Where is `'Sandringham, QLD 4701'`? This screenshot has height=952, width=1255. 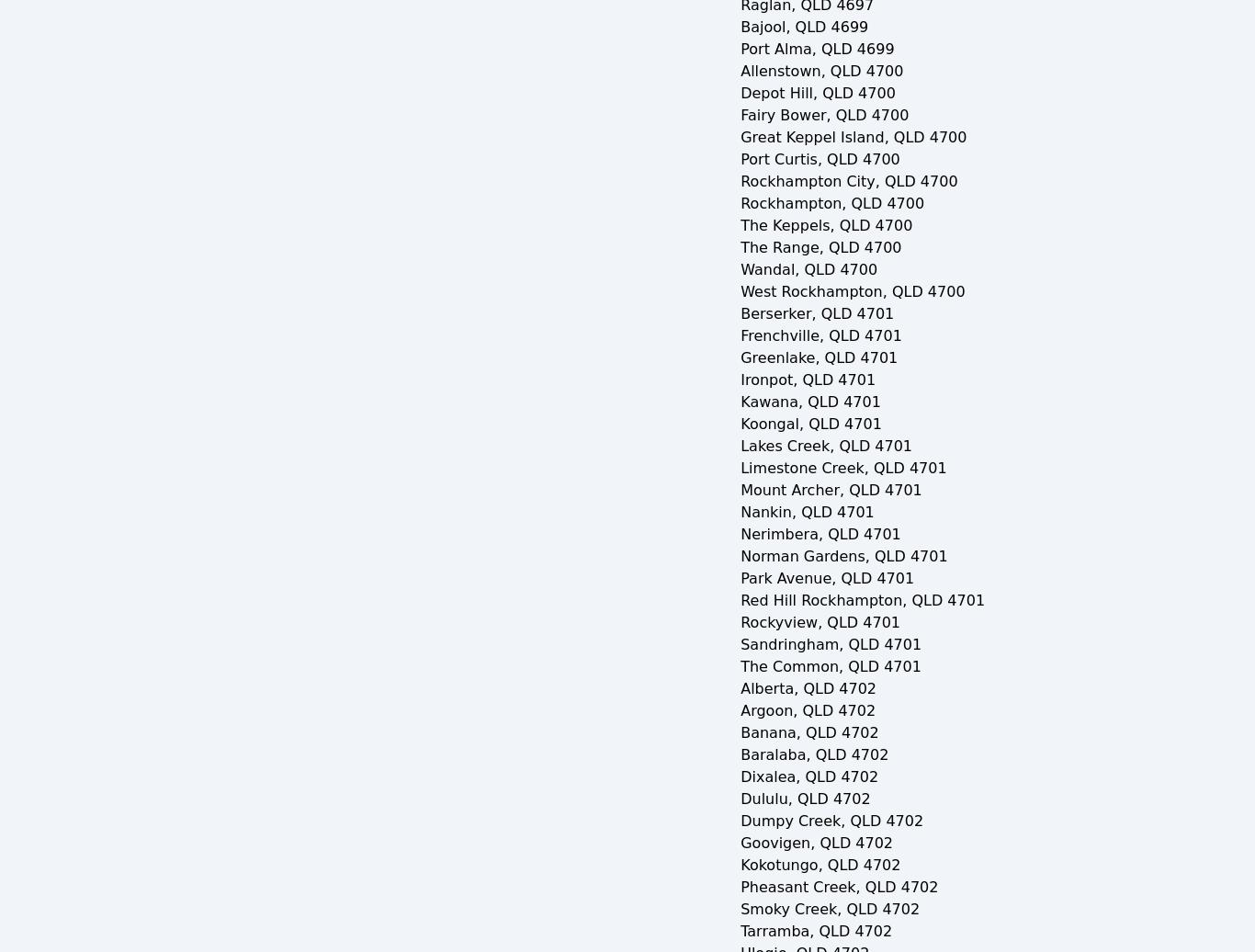 'Sandringham, QLD 4701' is located at coordinates (830, 644).